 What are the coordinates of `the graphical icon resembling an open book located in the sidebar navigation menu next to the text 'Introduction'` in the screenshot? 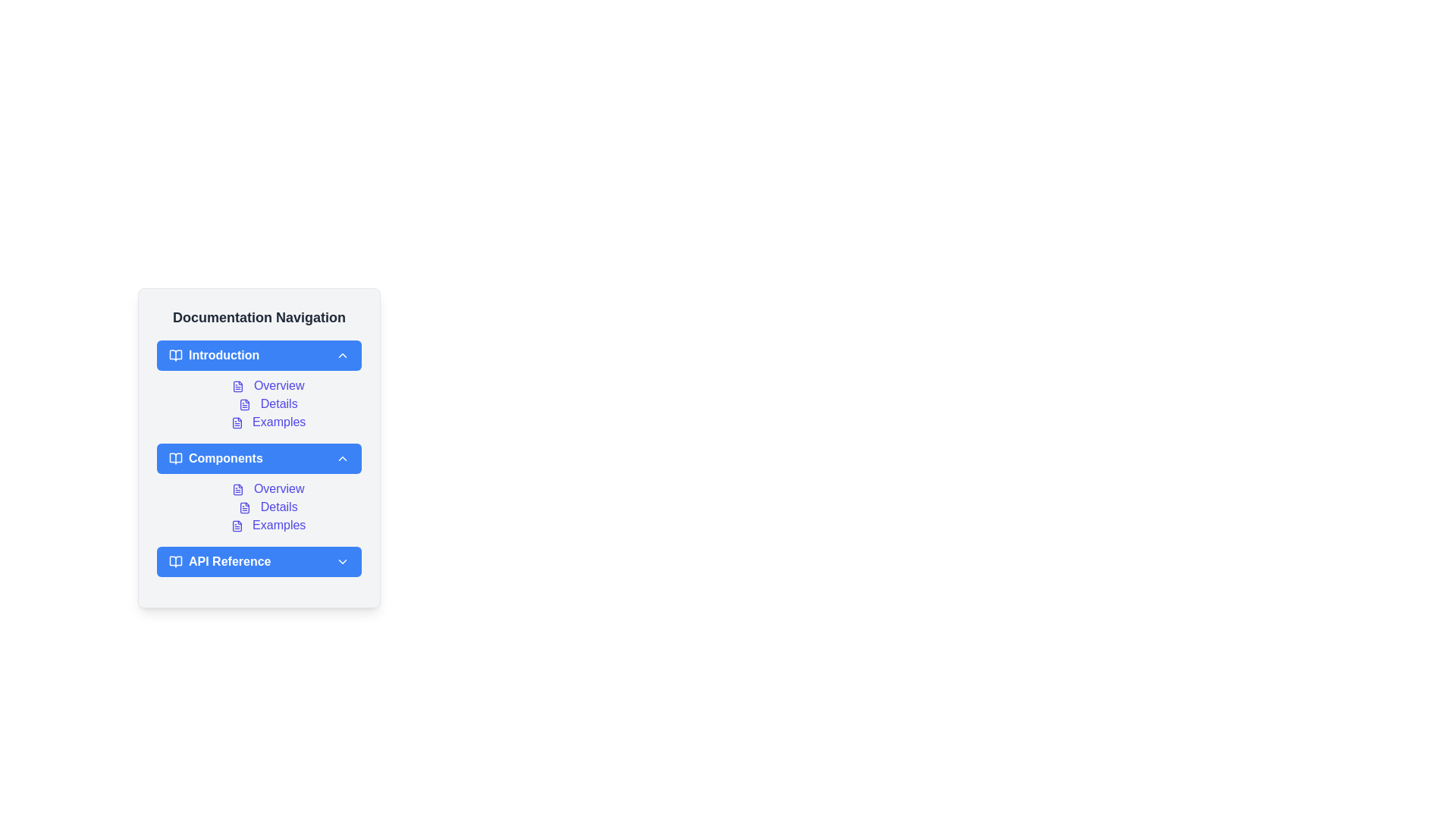 It's located at (175, 356).